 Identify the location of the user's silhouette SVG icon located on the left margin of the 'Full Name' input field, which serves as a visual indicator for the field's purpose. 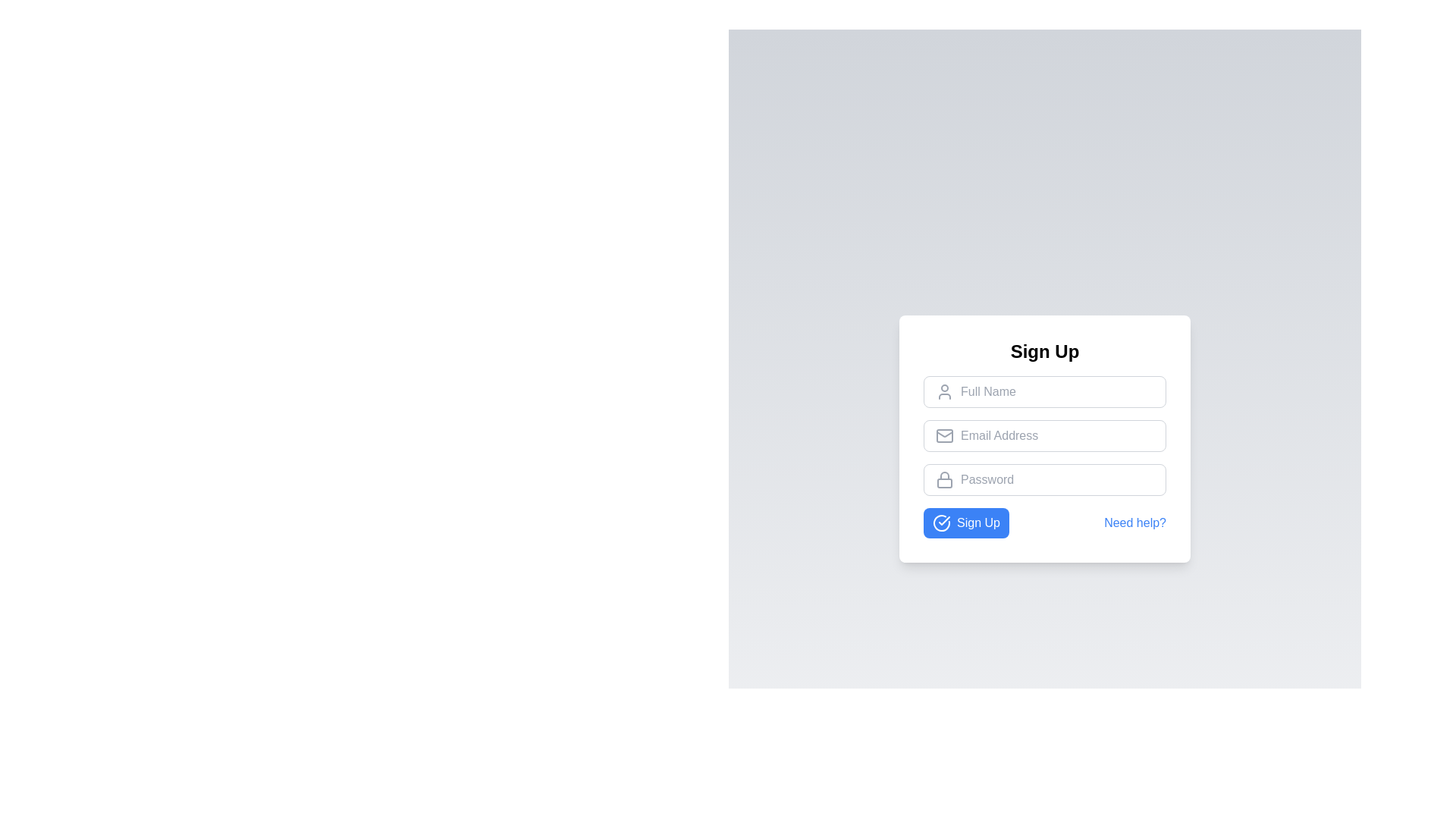
(944, 391).